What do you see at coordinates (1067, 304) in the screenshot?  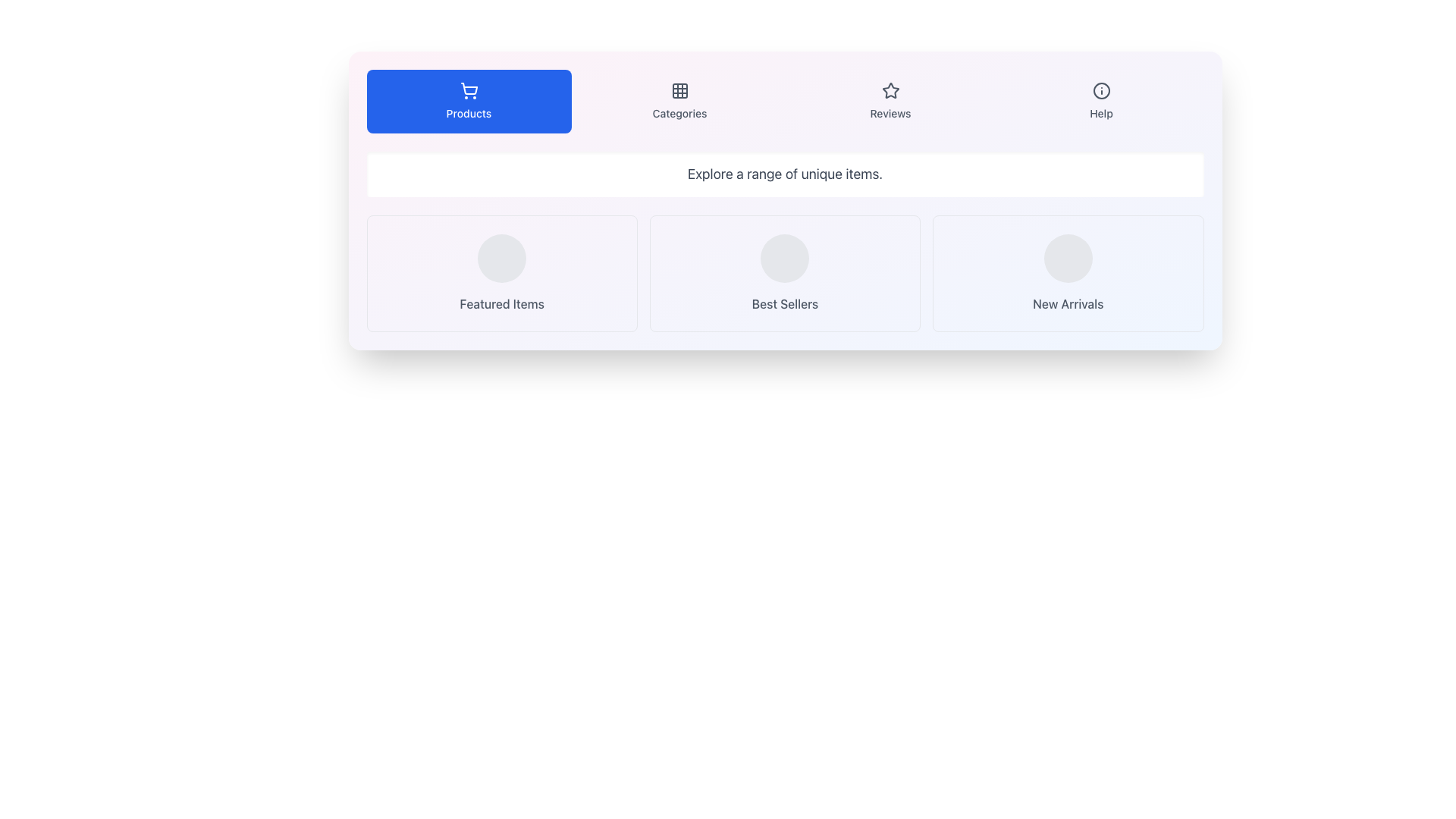 I see `the 'New Arrivals' text label, which serves as a static title for its card, positioned below a circular graphic within the bottom right card of a horizontal list` at bounding box center [1067, 304].